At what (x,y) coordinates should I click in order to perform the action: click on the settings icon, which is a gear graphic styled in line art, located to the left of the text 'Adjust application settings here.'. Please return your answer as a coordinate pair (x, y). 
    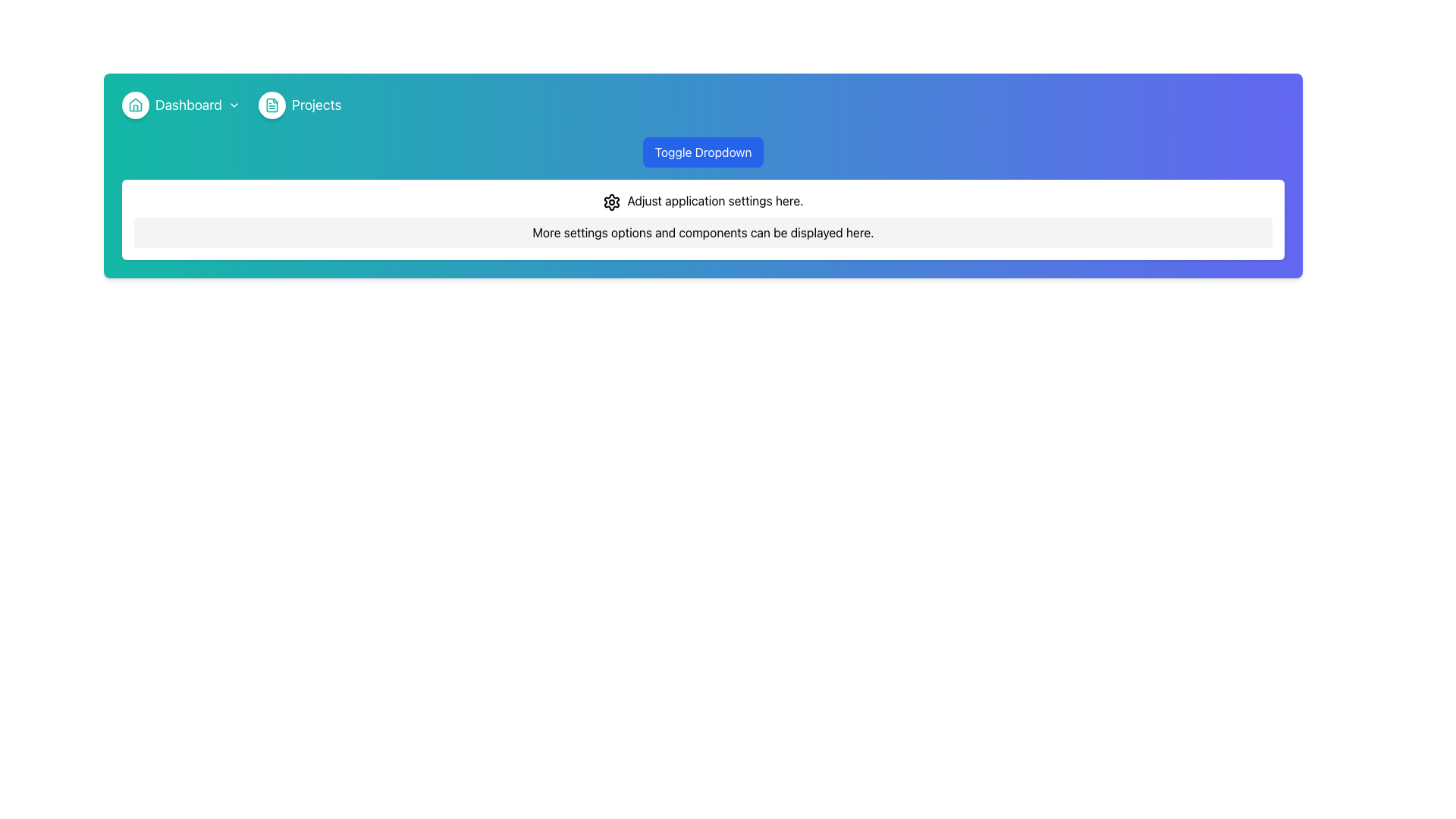
    Looking at the image, I should click on (612, 201).